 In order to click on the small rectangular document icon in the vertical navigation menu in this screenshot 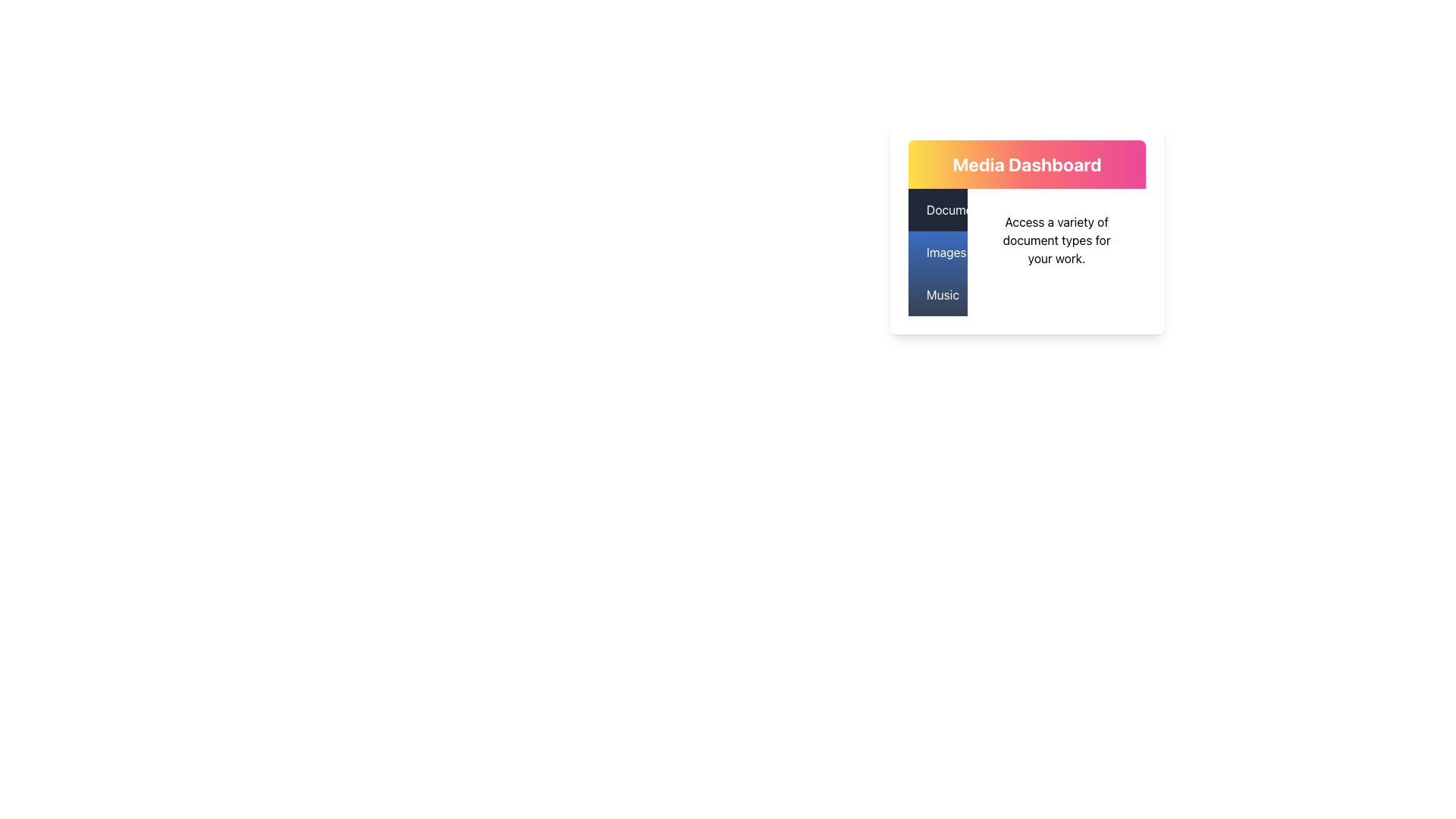, I will do `click(928, 210)`.